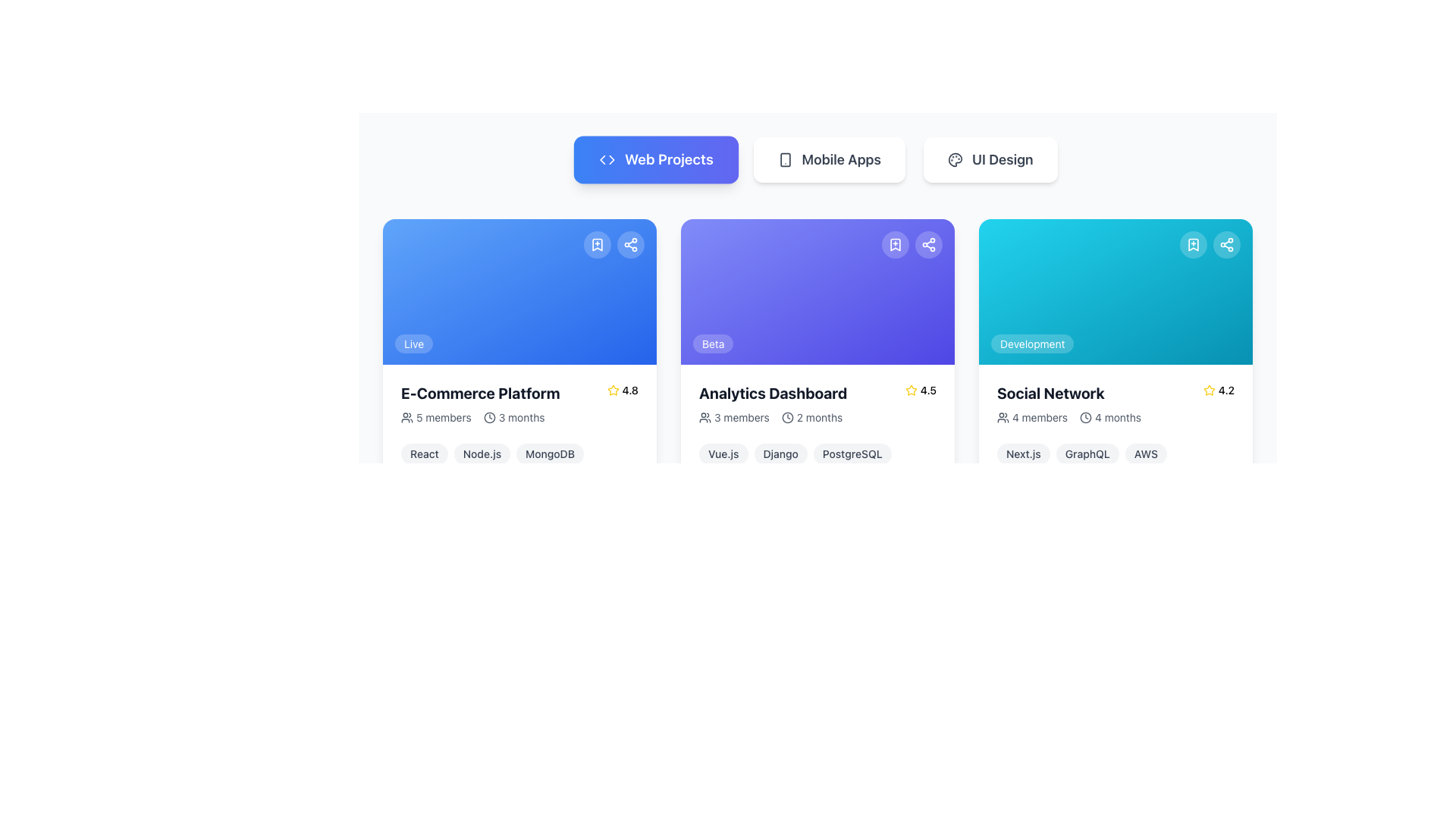 The width and height of the screenshot is (1456, 819). Describe the element at coordinates (1116, 453) in the screenshot. I see `the 'GraphQL' tag in the technology tags list located at the bottom section of the 'Social Network' card for more information` at that location.